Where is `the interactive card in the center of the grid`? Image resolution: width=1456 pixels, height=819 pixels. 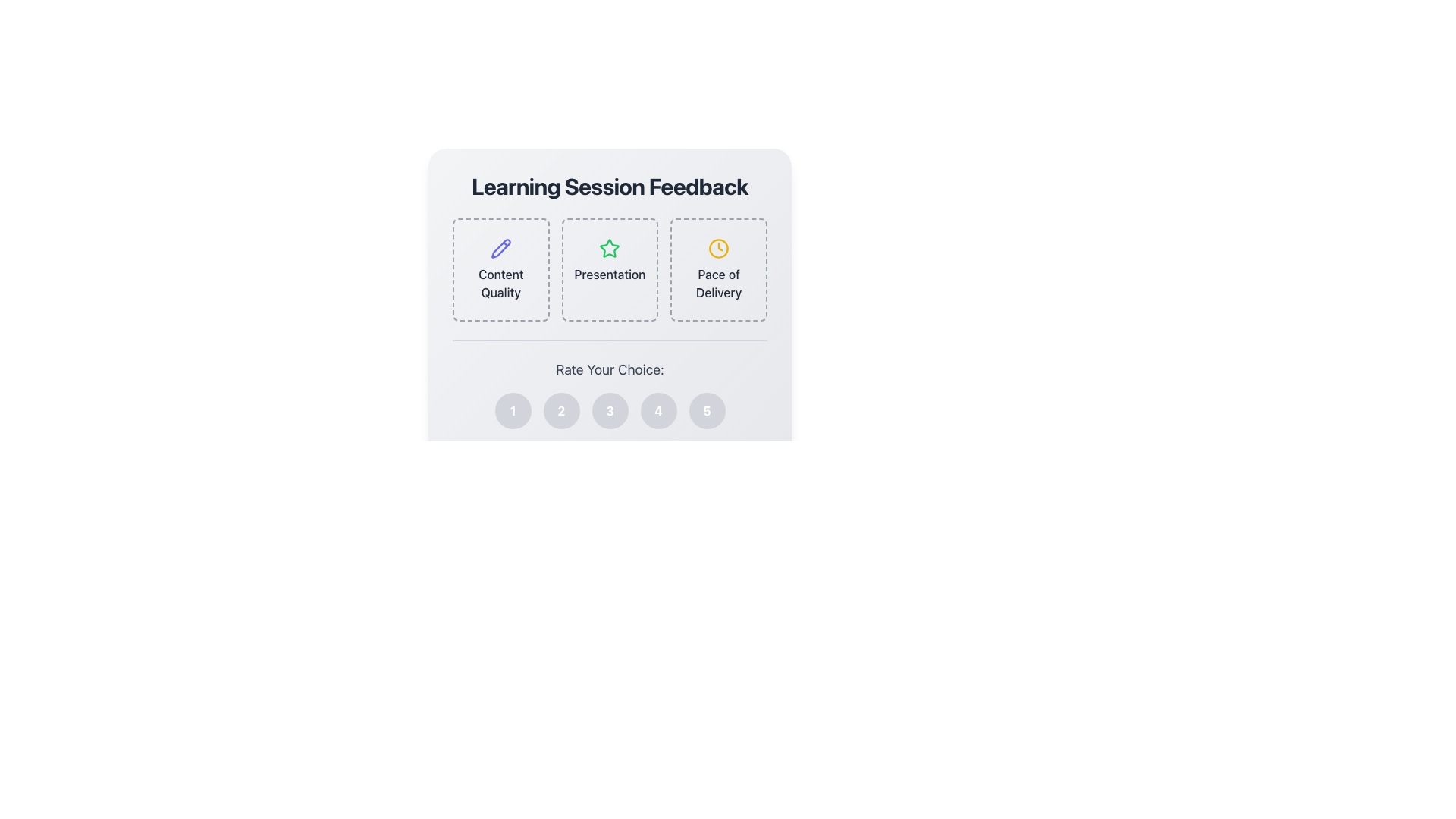
the interactive card in the center of the grid is located at coordinates (610, 268).